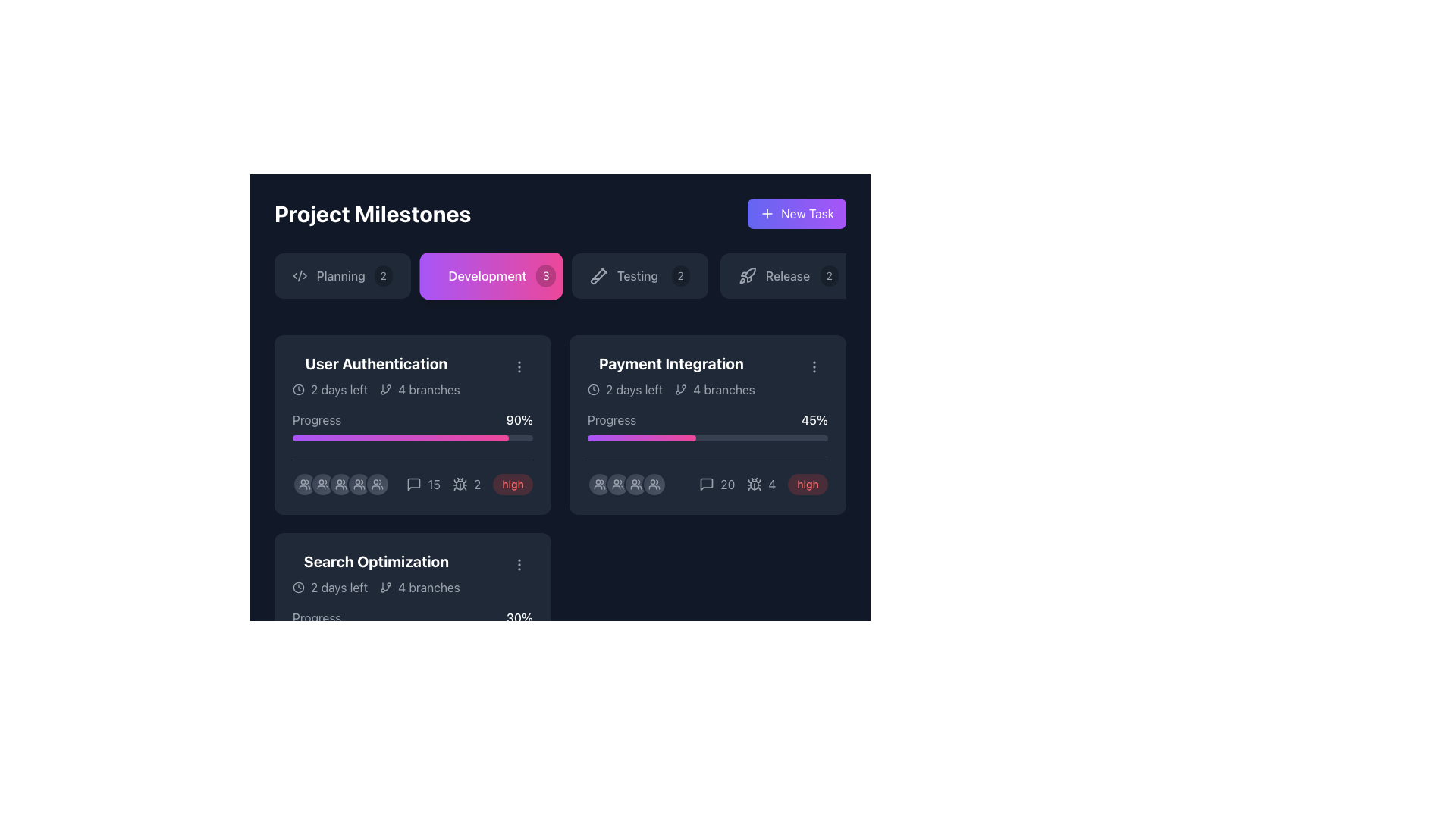  Describe the element at coordinates (636, 485) in the screenshot. I see `the user group icon, which is a gray line-based vector illustration consisting of two figures, located below the 'Payment Integration' card in the project milestone interface` at that location.